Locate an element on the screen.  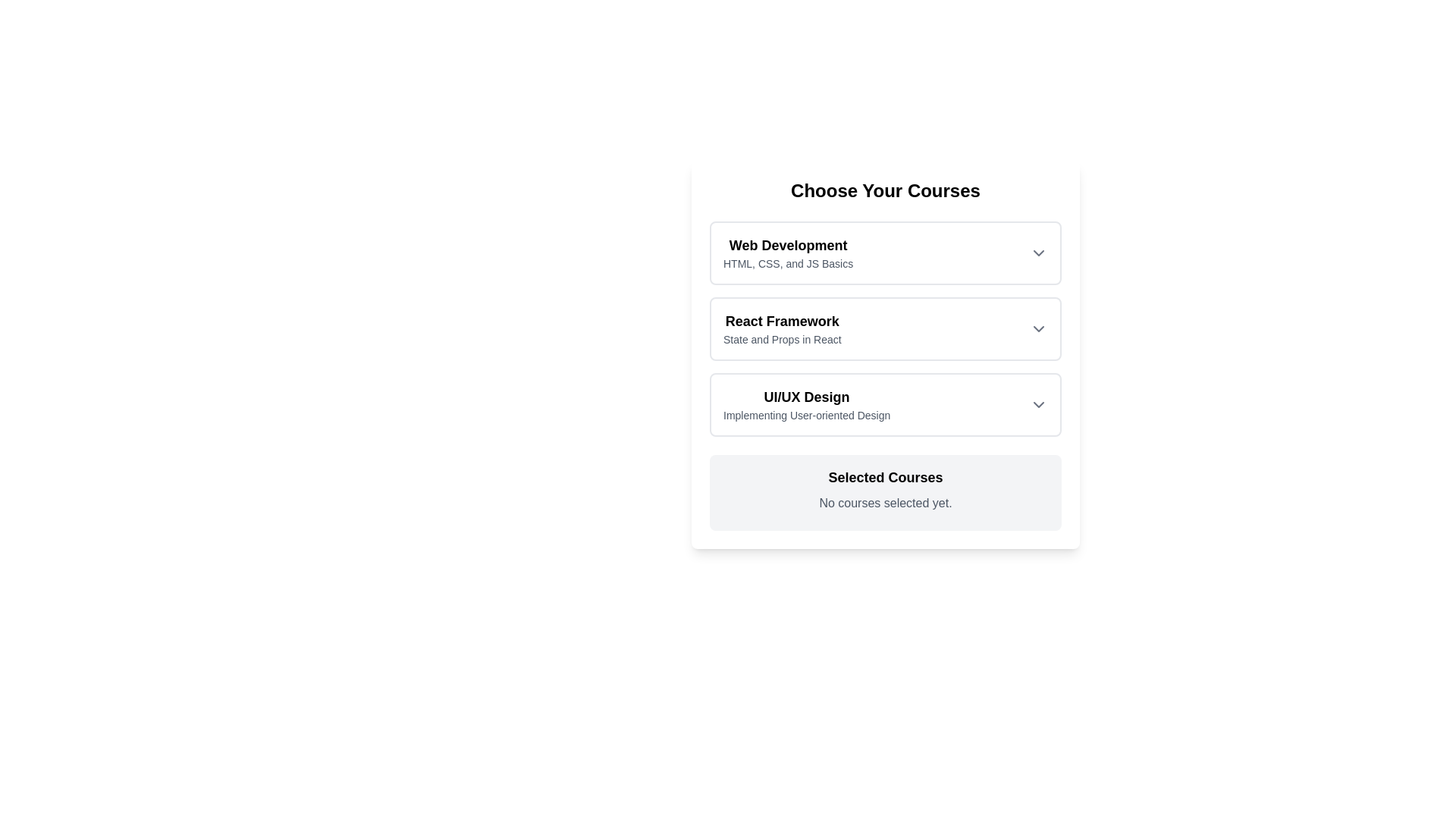
the 'Web Development' course option button is located at coordinates (885, 253).